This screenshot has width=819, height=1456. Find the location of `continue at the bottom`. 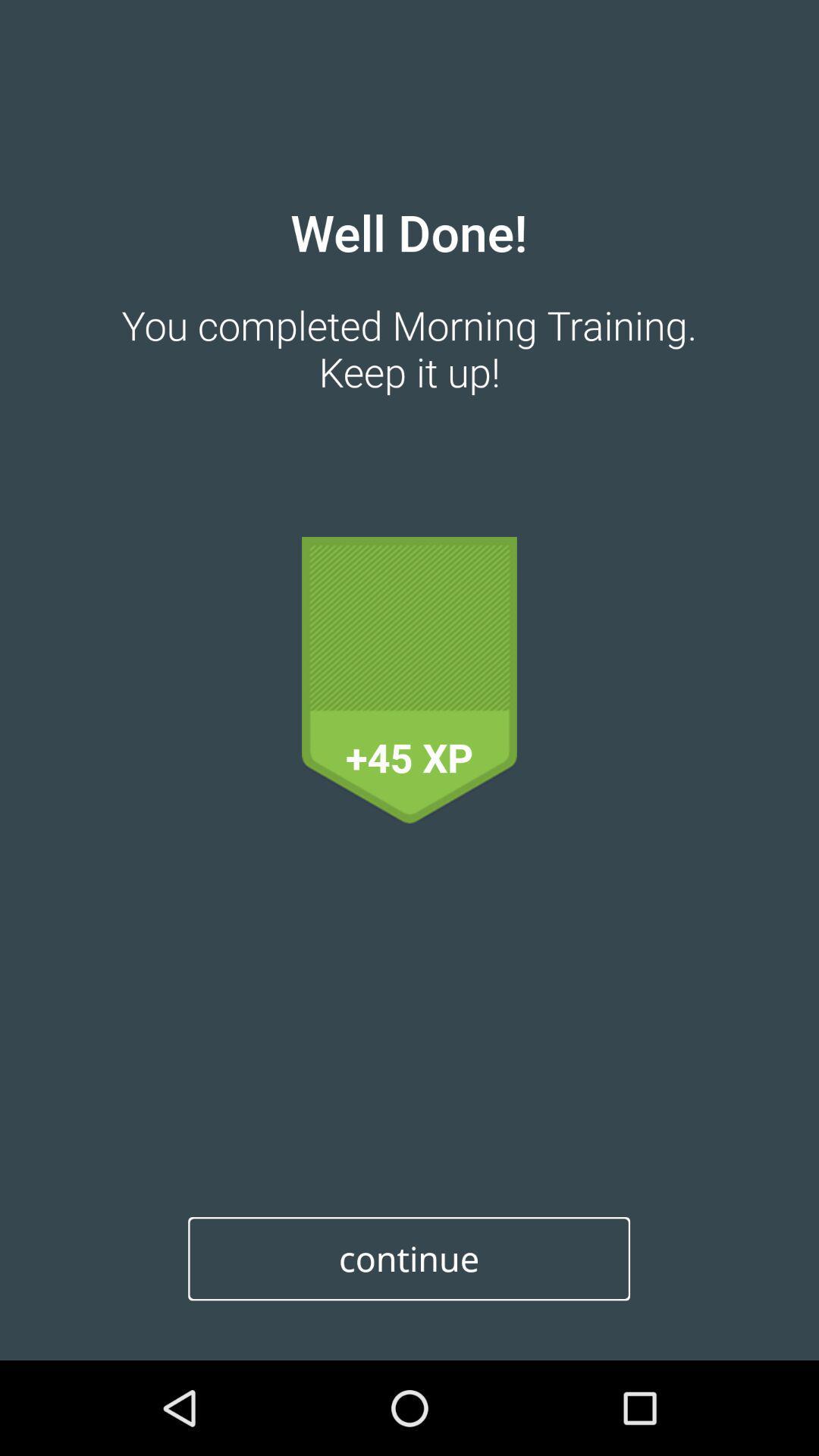

continue at the bottom is located at coordinates (408, 1259).